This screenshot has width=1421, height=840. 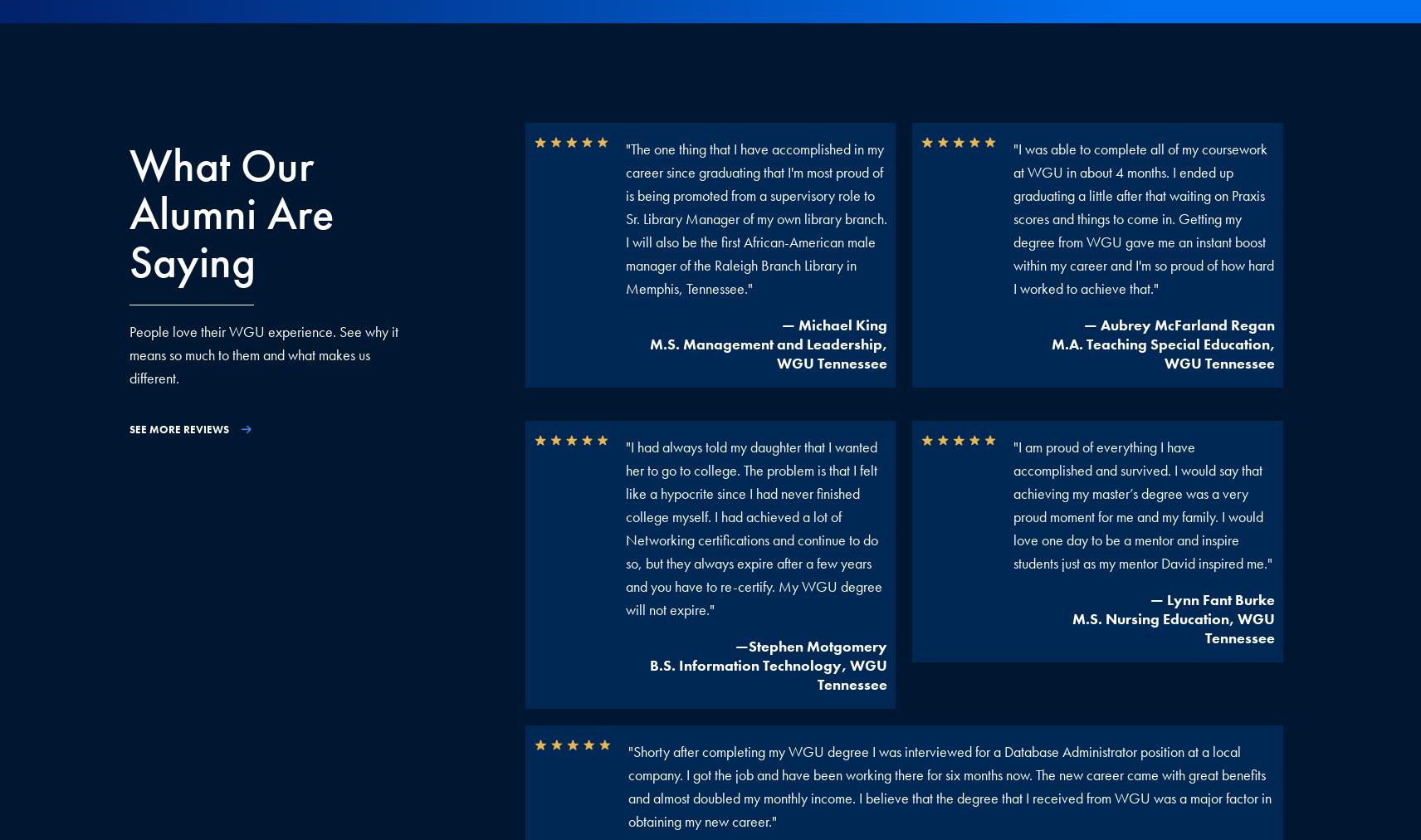 What do you see at coordinates (1051, 353) in the screenshot?
I see `'M.A. Teaching Special Education, WGU Tennessee'` at bounding box center [1051, 353].